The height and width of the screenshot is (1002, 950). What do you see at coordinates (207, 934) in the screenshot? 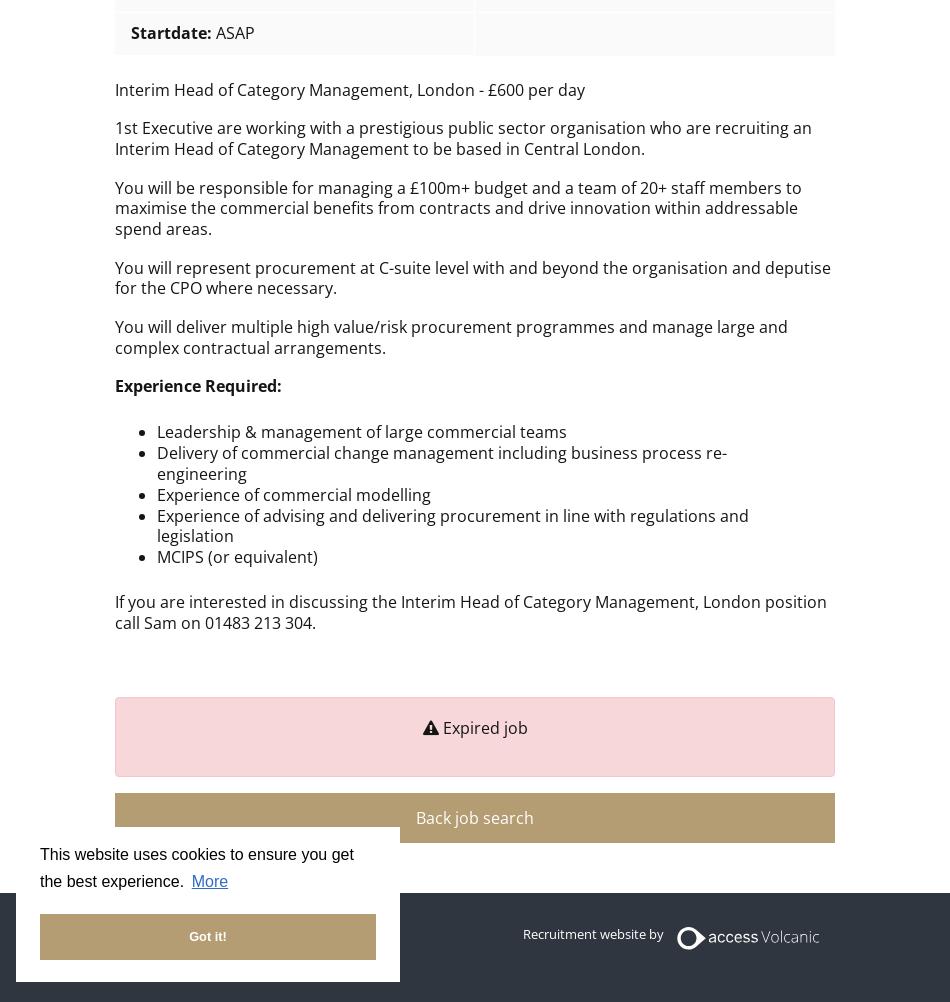
I see `'Got it!'` at bounding box center [207, 934].